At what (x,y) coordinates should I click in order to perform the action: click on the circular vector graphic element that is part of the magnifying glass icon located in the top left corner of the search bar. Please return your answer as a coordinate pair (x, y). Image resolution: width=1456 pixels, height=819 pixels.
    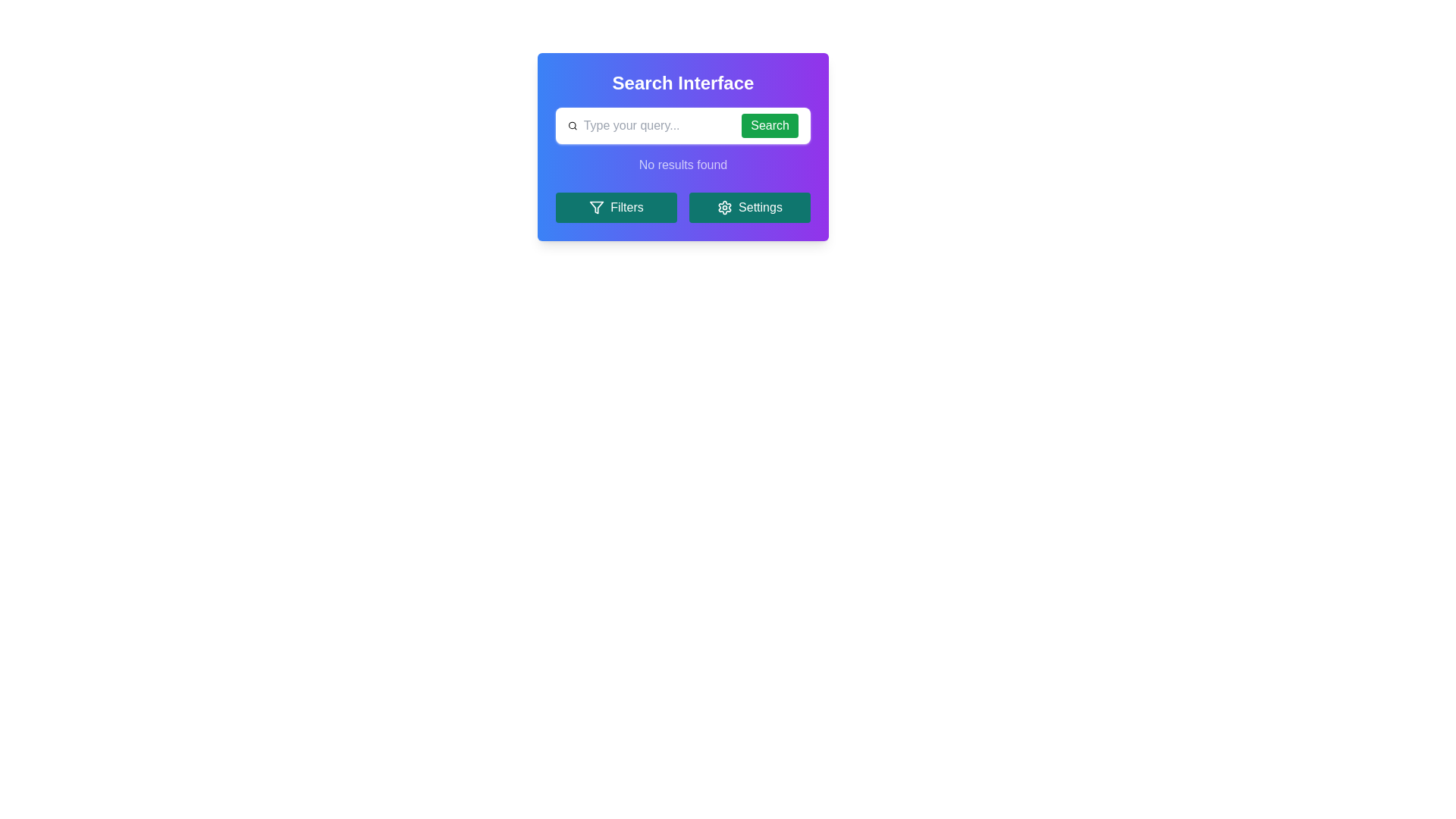
    Looking at the image, I should click on (571, 124).